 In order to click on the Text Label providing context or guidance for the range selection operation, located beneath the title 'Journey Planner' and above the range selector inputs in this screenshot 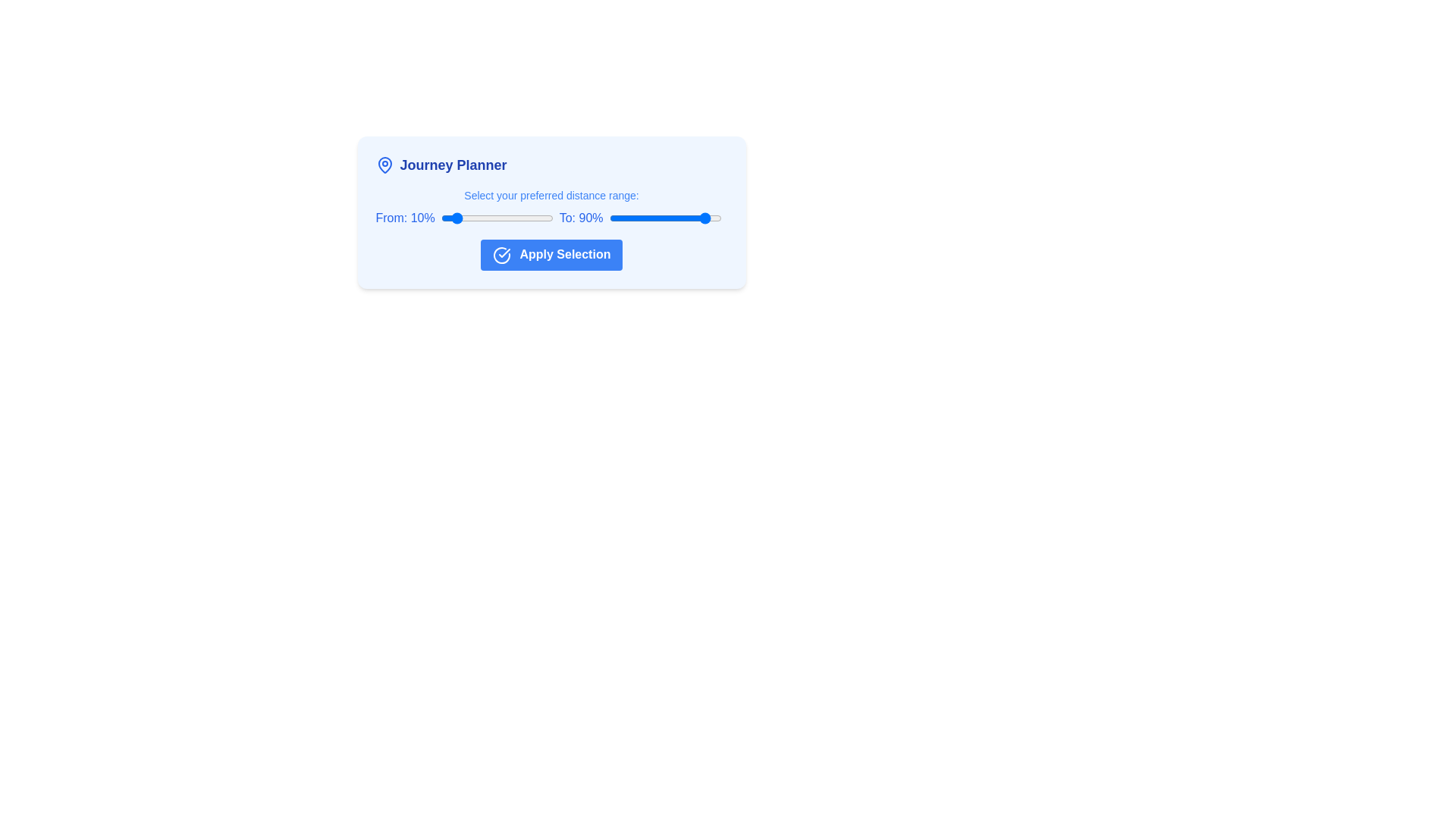, I will do `click(551, 195)`.